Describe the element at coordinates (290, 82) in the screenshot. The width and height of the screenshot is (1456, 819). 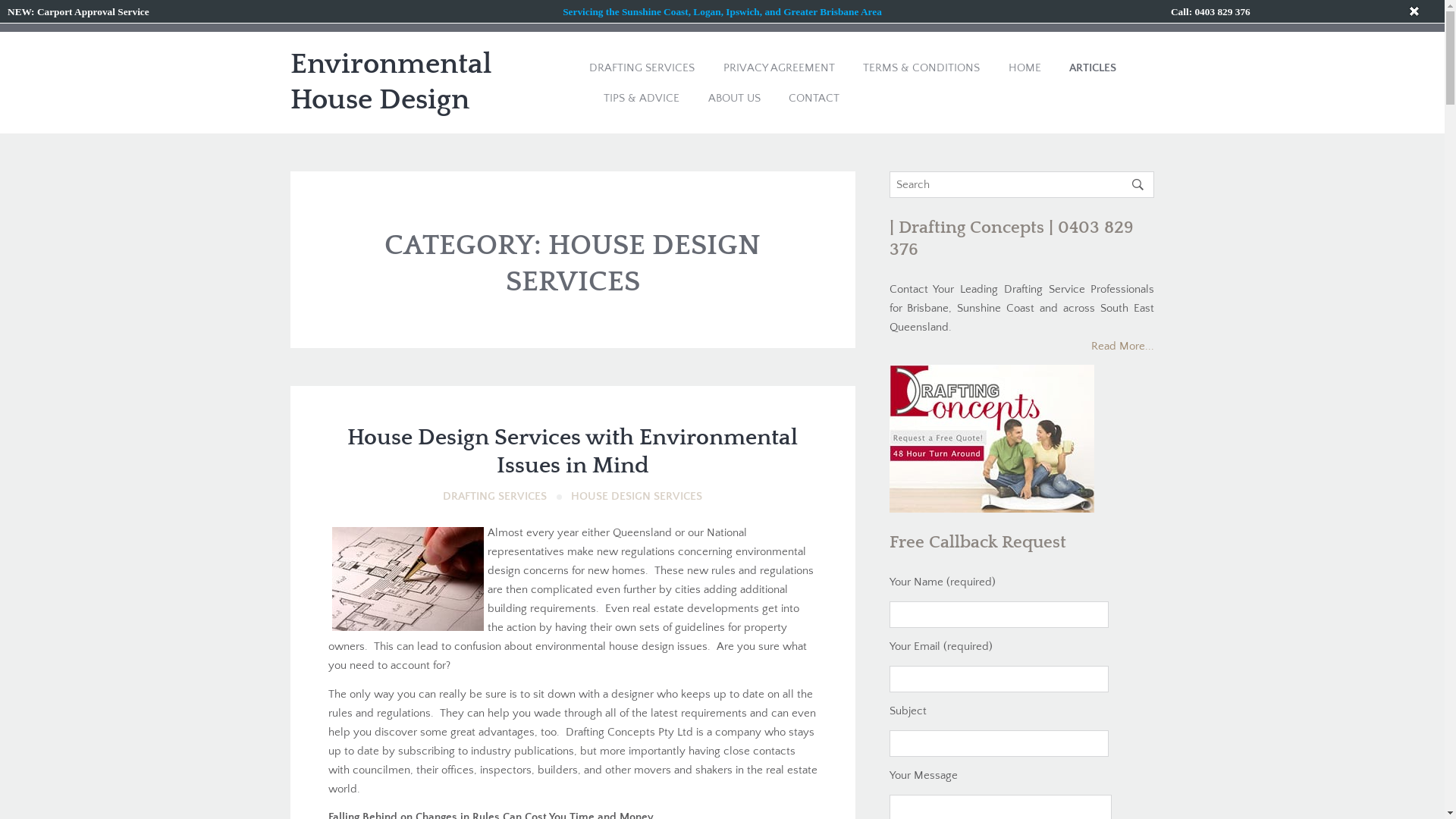
I see `'Environmental House Design'` at that location.